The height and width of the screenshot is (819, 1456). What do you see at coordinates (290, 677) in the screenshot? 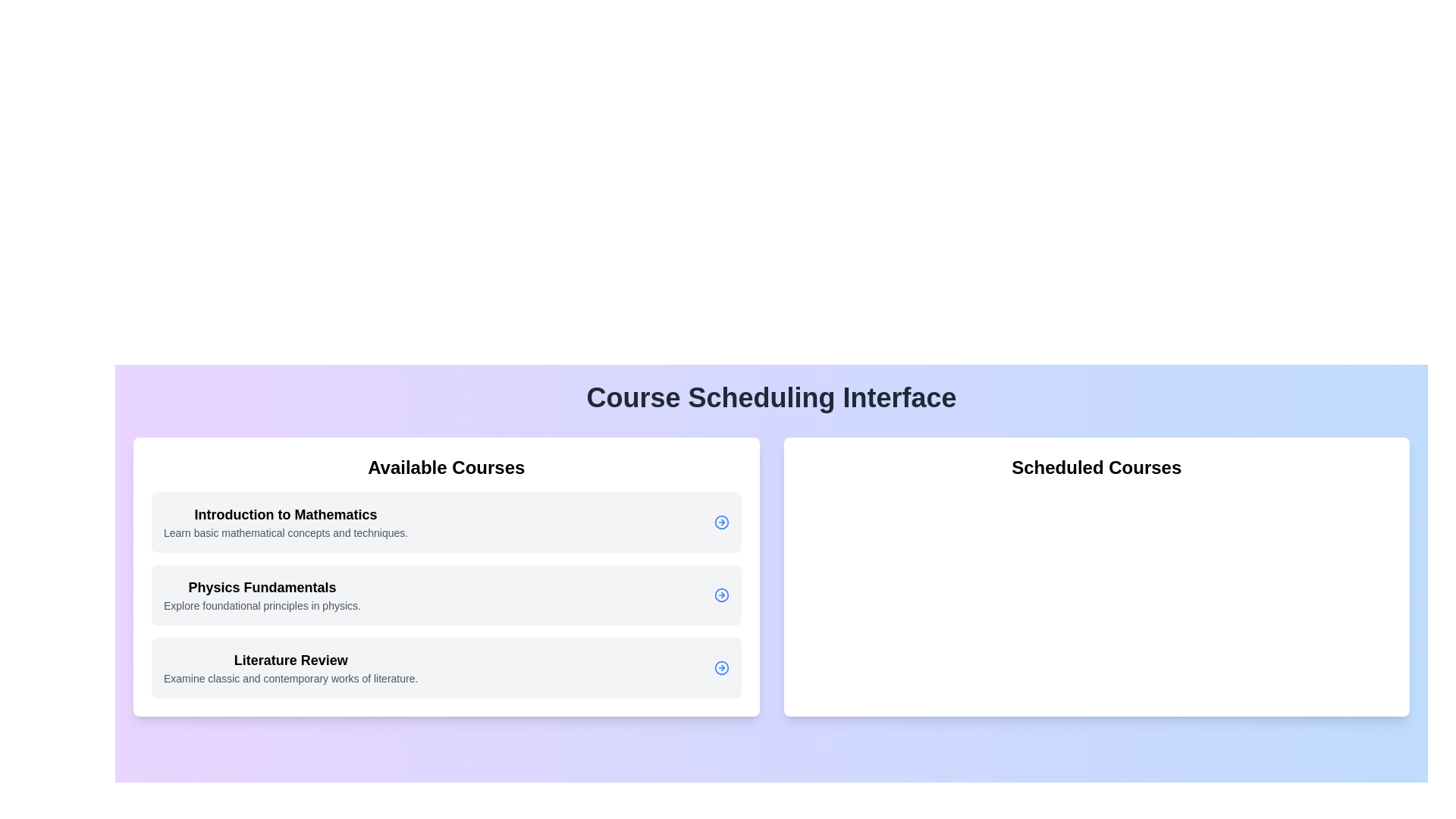
I see `the text element providing a brief description of the course 'Literature Review', located beneath the bold title in the third course card of the 'Available Courses' section` at bounding box center [290, 677].